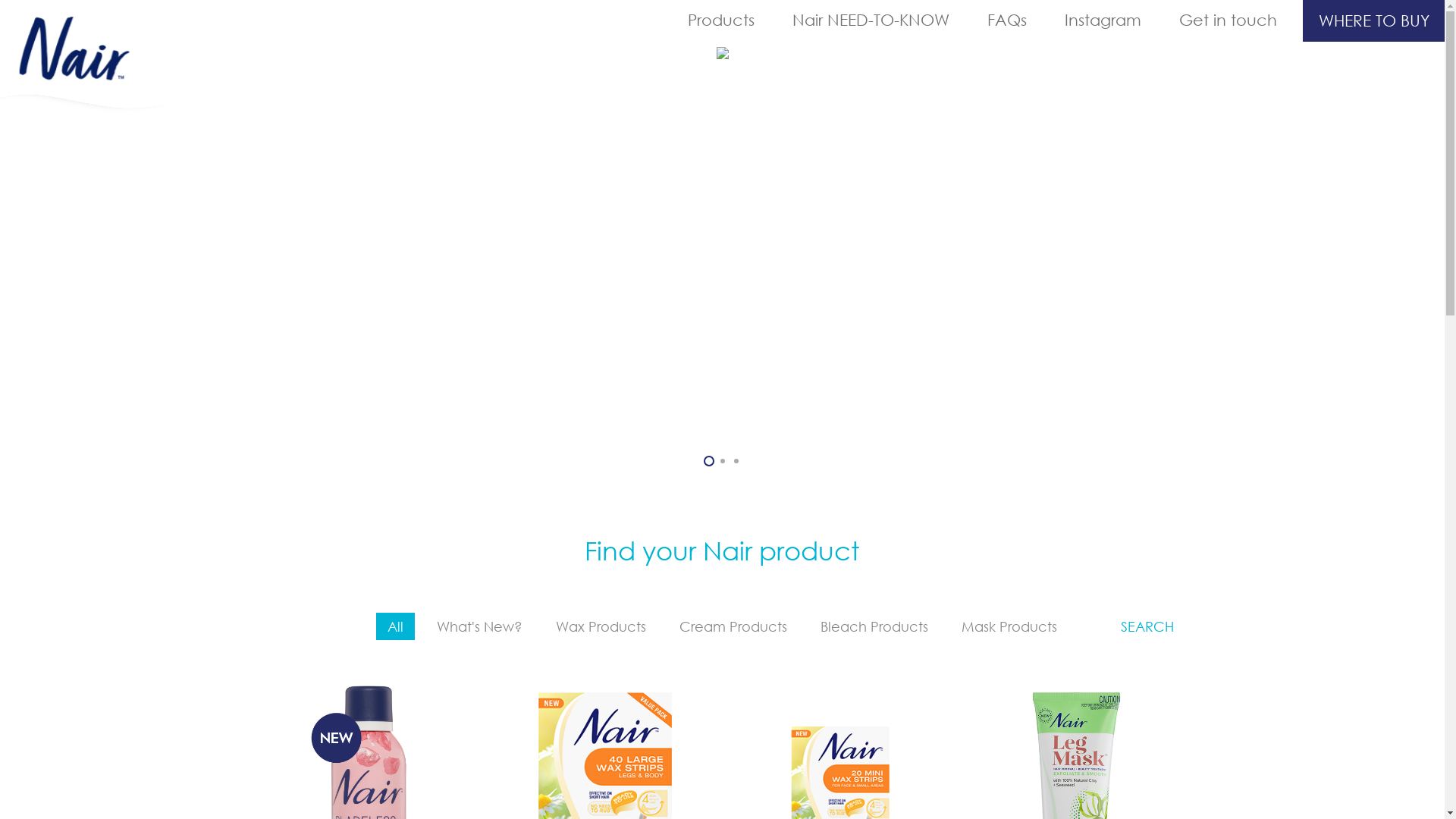 This screenshot has height=819, width=1456. I want to click on 'SEARCH', so click(1147, 626).